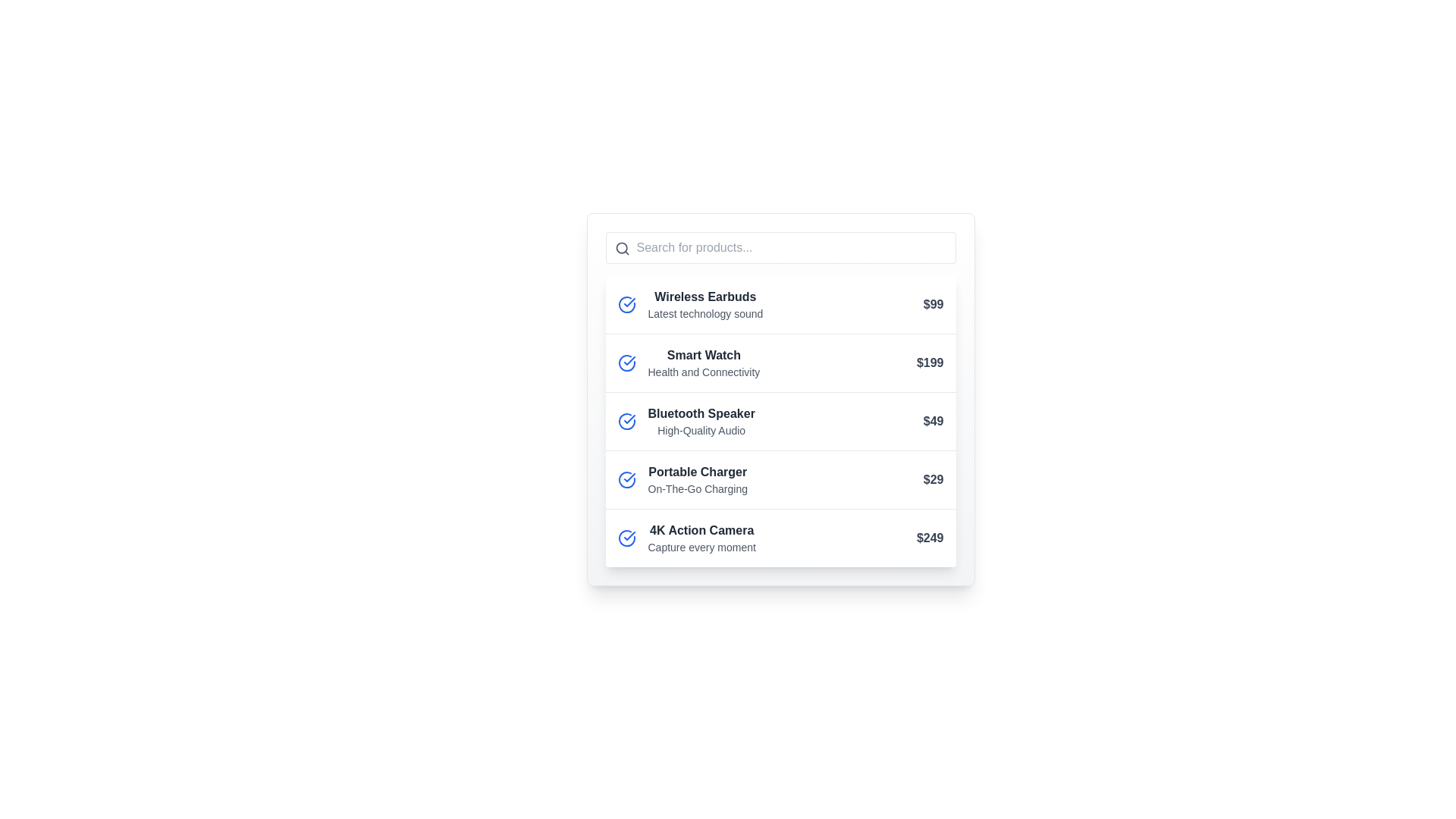  I want to click on bold text displaying the price '$249' in gray color, positioned at the far-right of the product entry list, so click(929, 537).